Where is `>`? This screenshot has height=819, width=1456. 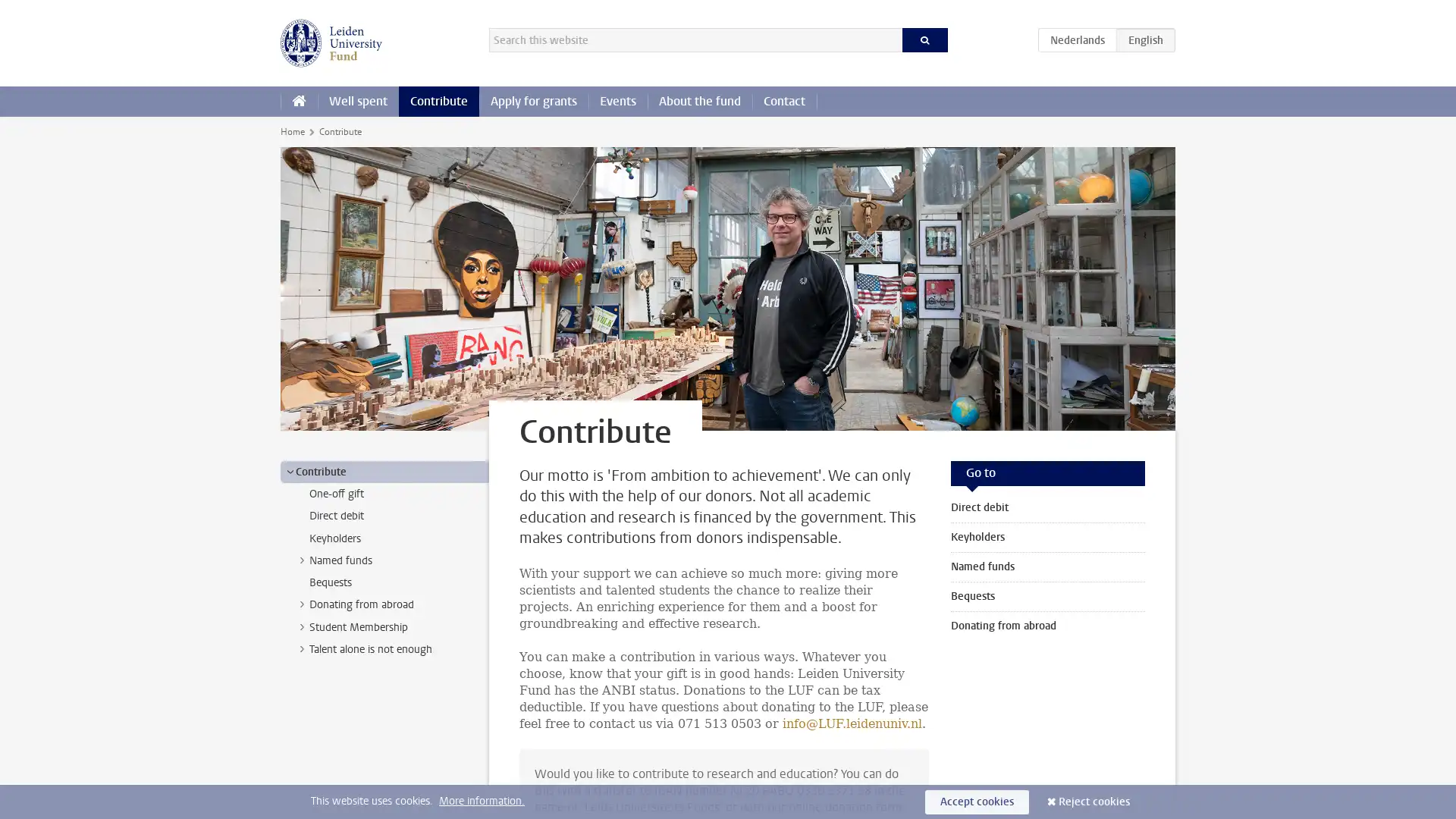
> is located at coordinates (302, 626).